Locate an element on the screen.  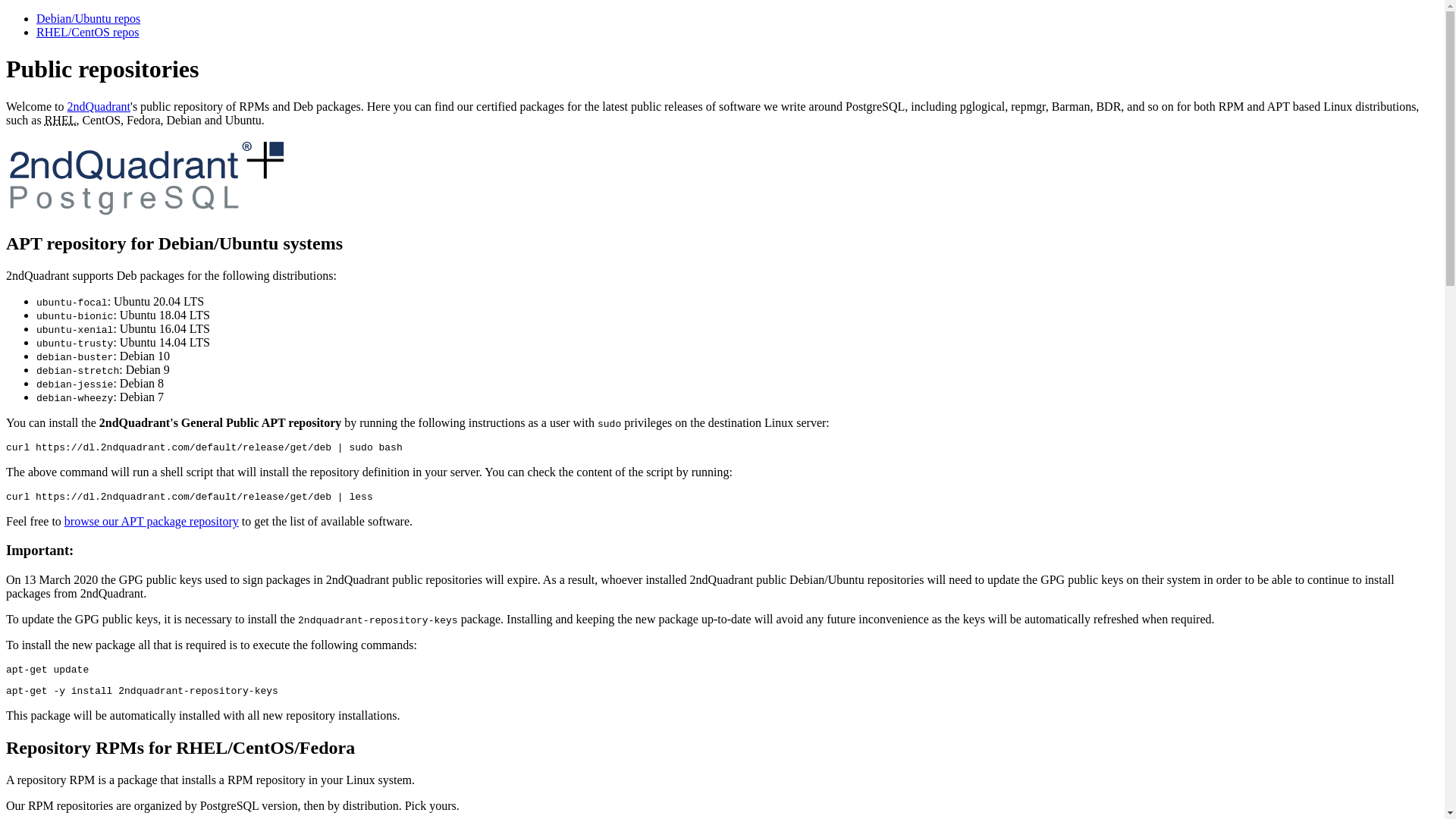
'browse our APT package repository' is located at coordinates (64, 520).